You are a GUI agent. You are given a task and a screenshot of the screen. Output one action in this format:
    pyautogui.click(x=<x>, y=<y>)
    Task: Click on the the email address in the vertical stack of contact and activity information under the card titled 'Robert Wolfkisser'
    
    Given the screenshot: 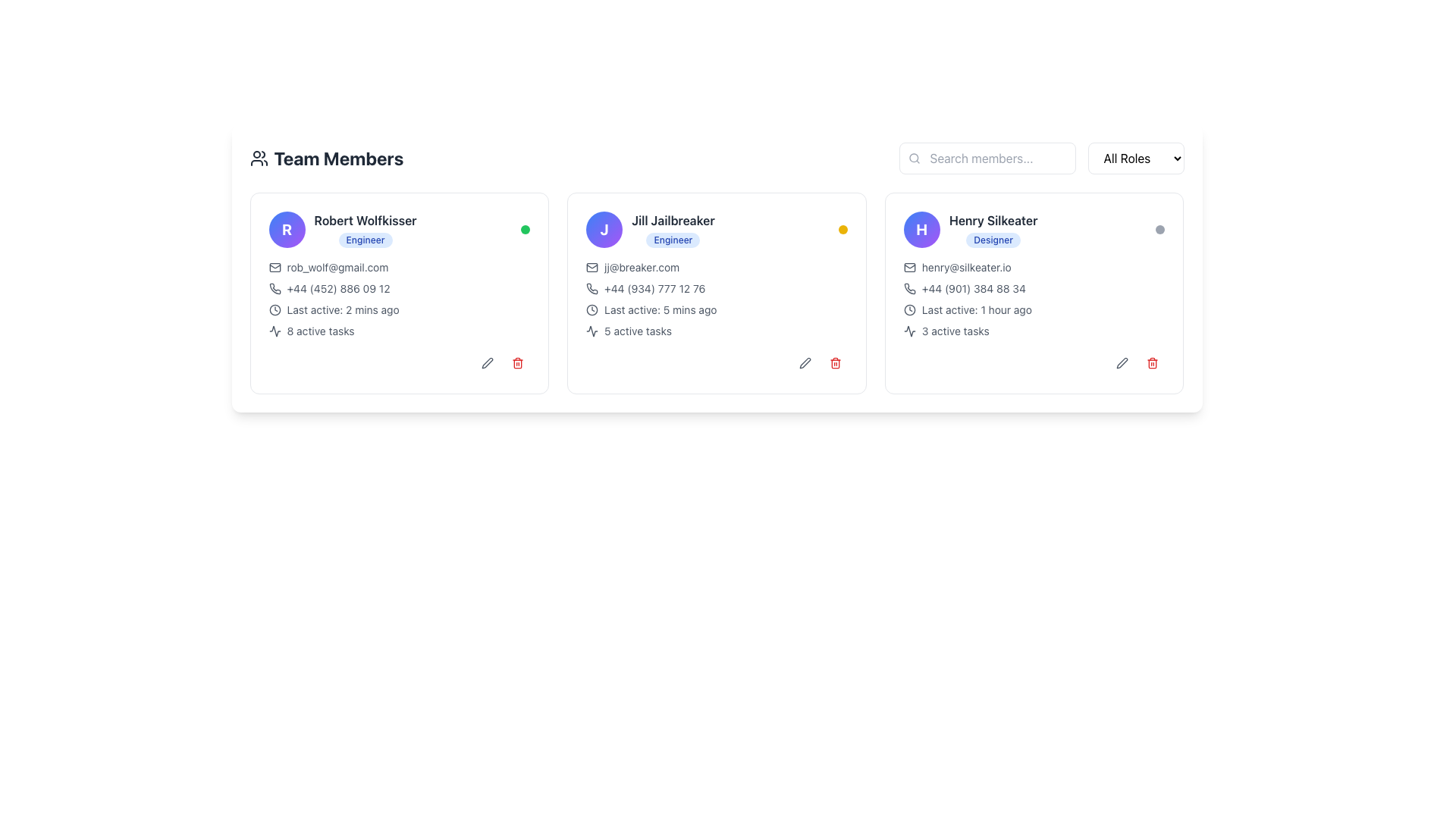 What is the action you would take?
    pyautogui.click(x=399, y=299)
    